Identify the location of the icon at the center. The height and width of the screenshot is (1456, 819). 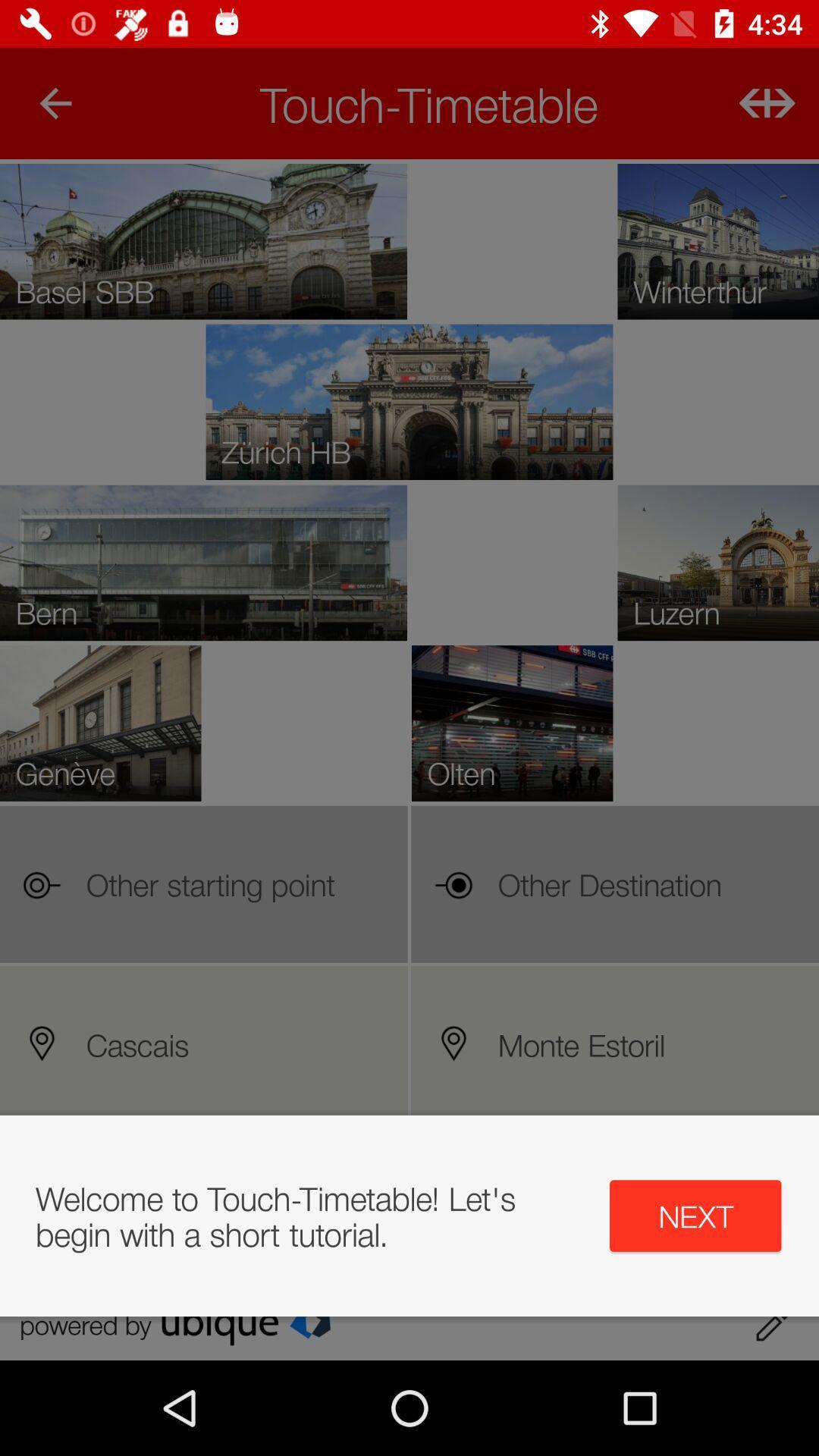
(409, 760).